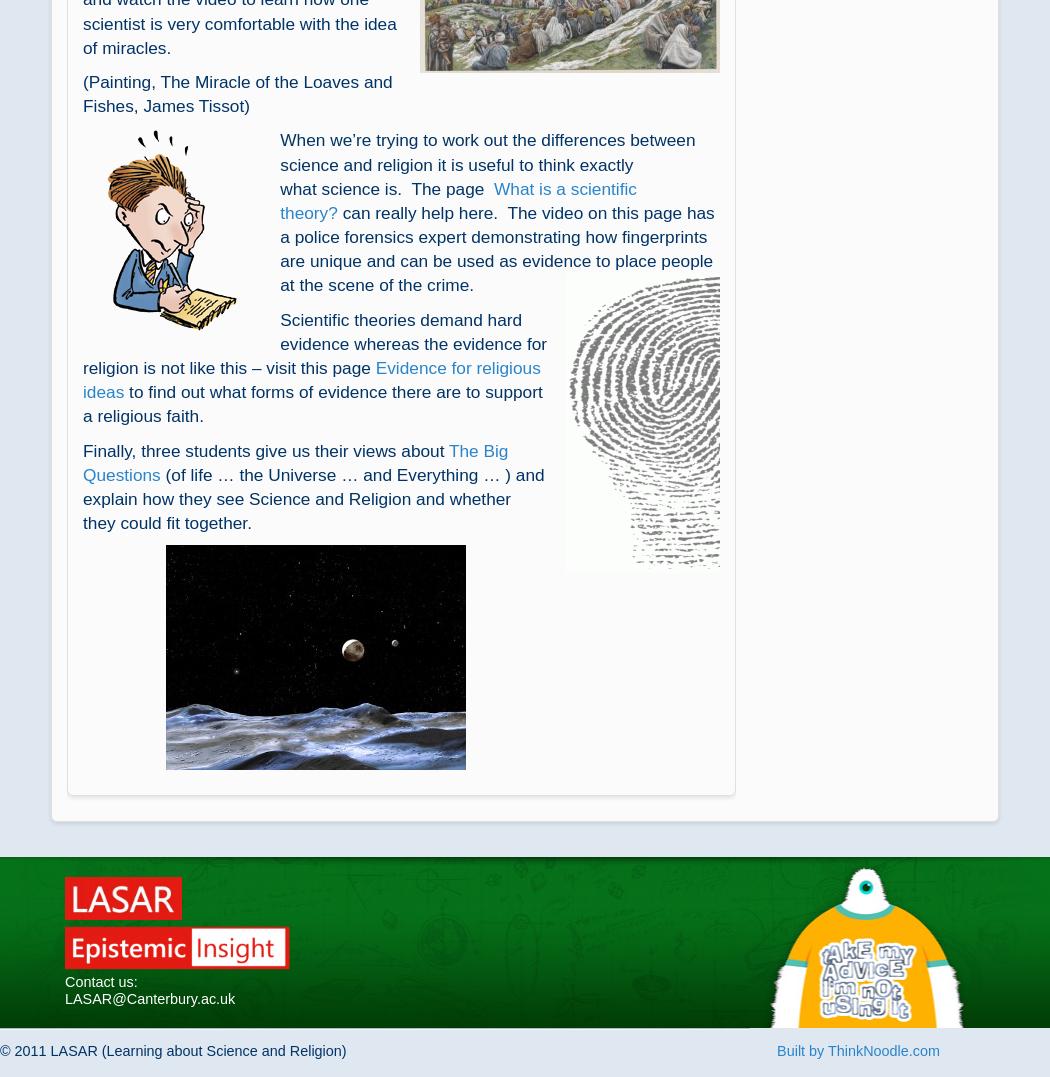 This screenshot has width=1050, height=1077. Describe the element at coordinates (458, 198) in the screenshot. I see `'What is a scientific theory?'` at that location.